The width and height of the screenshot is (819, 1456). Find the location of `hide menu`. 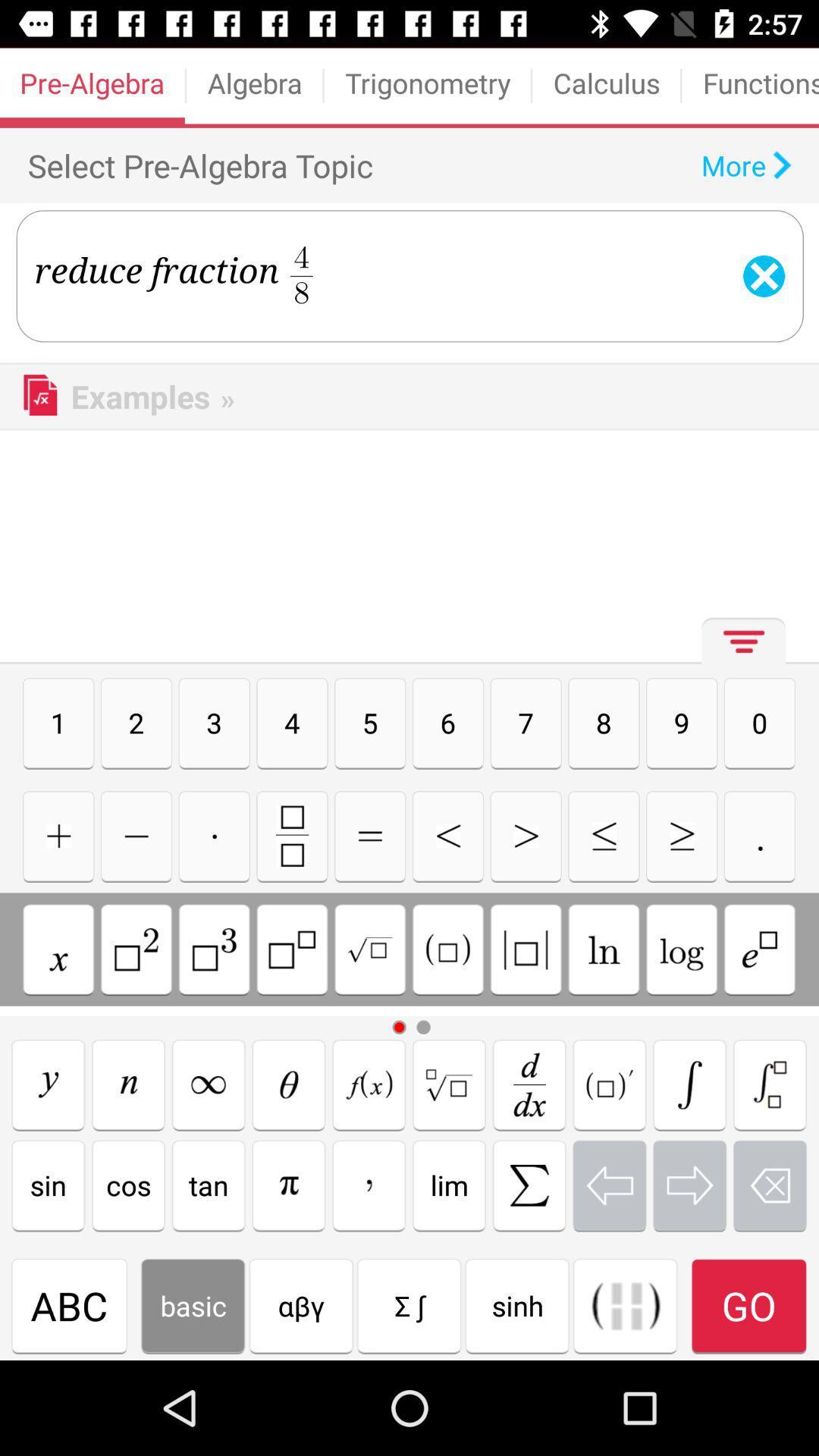

hide menu is located at coordinates (739, 647).